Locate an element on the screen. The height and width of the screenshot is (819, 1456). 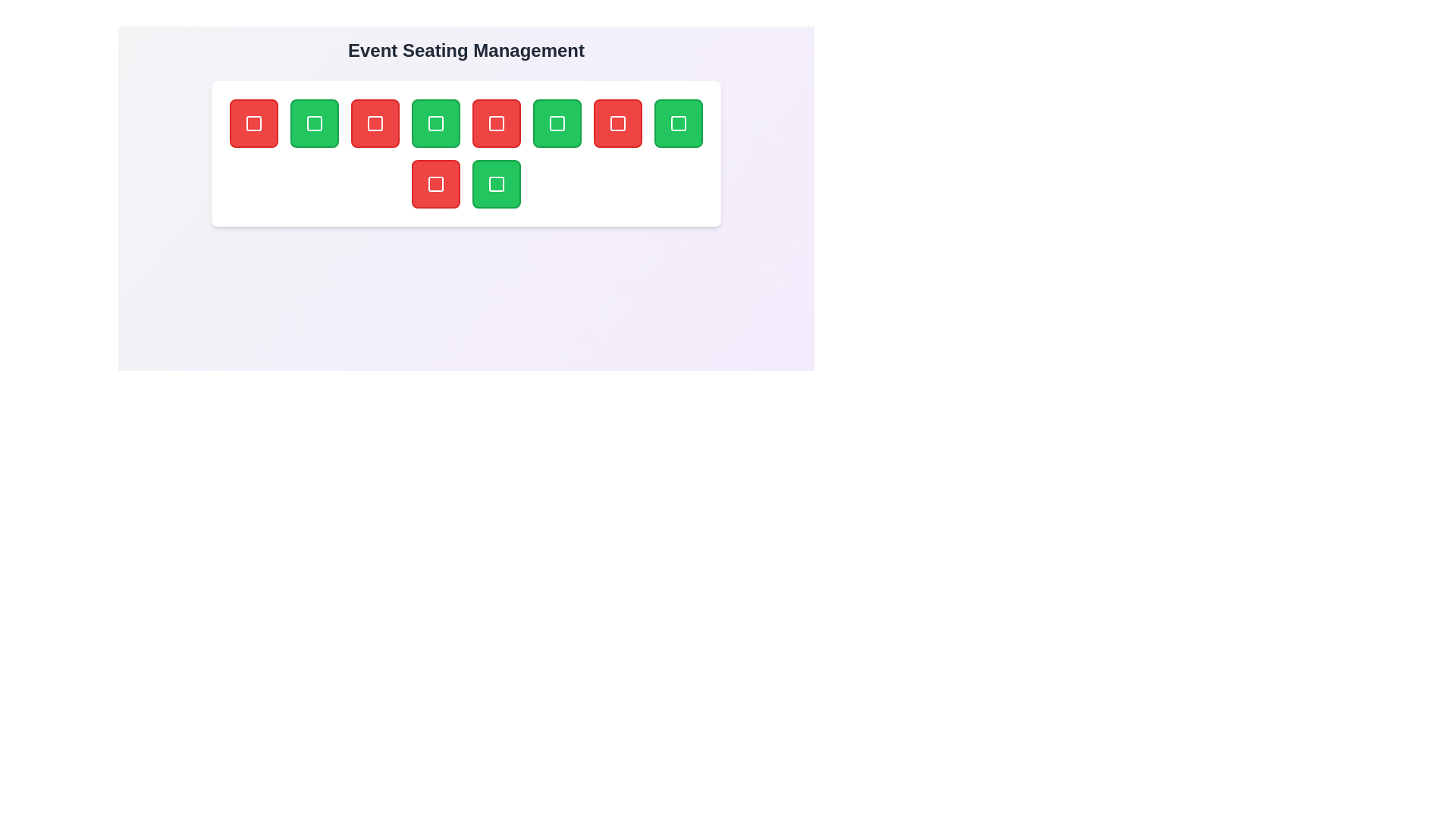
the green icon representing an available seating option is located at coordinates (435, 122).